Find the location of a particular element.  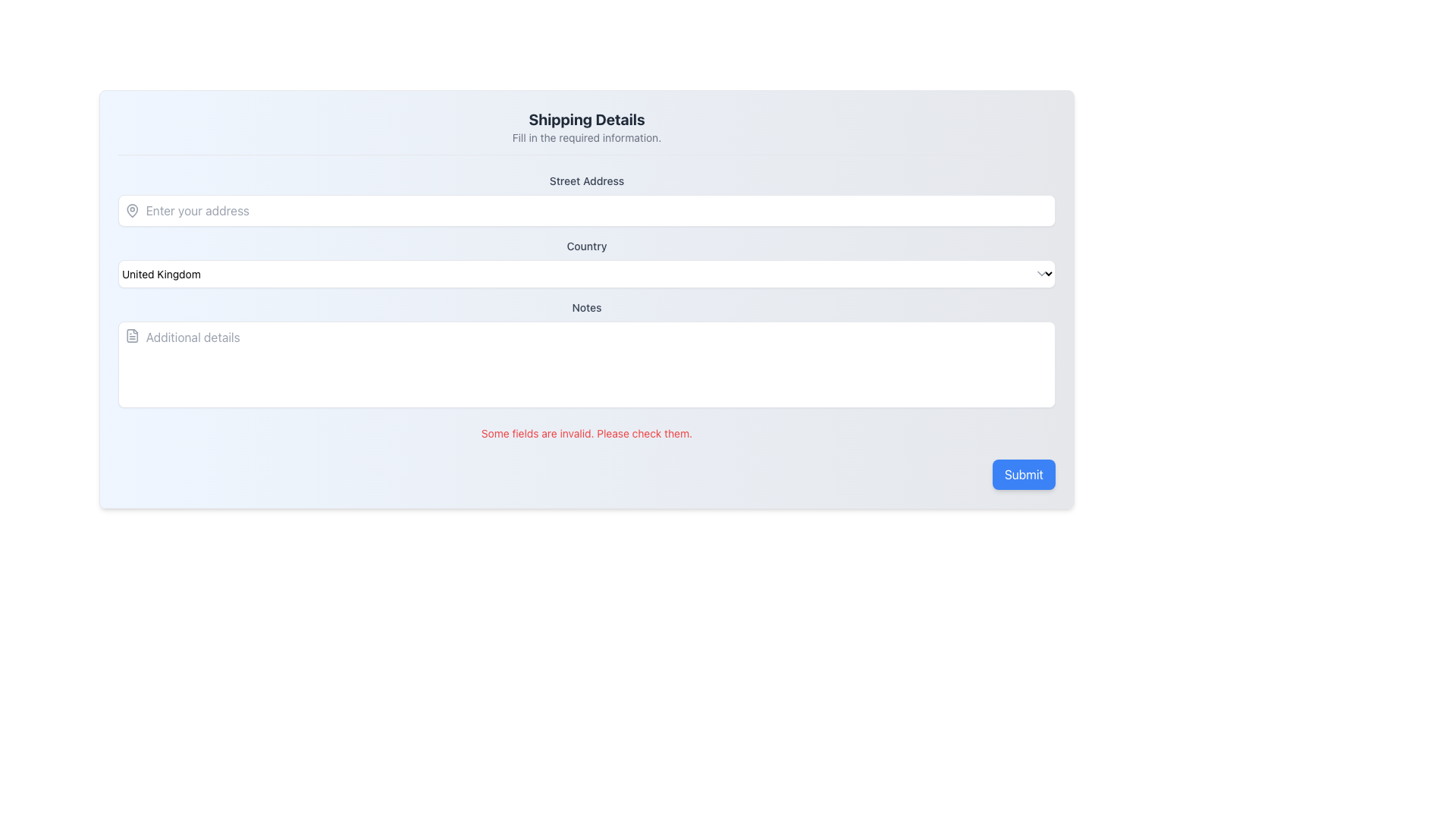

the 'Country' label text element located above the dropdown field for country selection, which indicates the purpose of the associated field is located at coordinates (585, 245).